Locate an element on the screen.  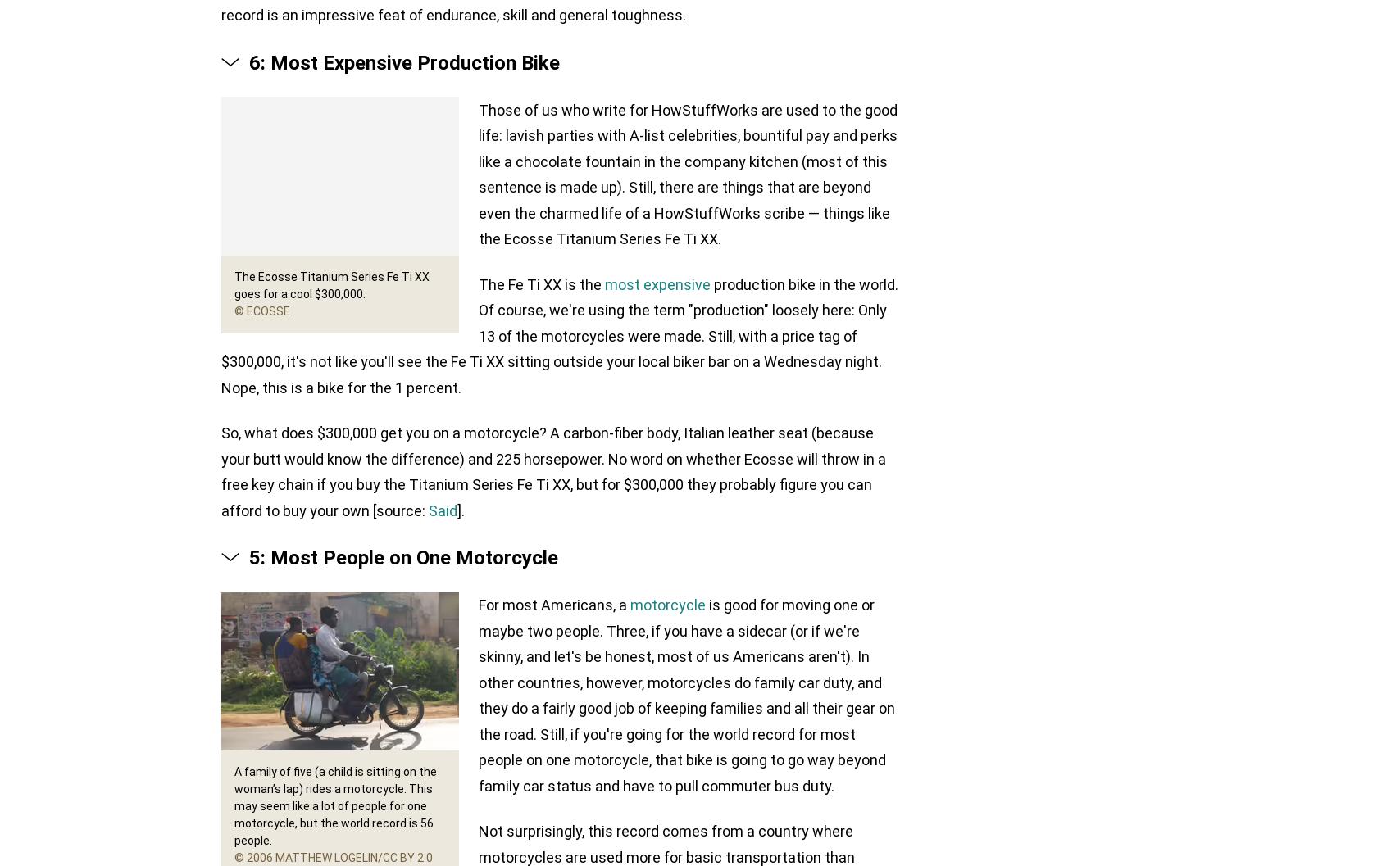
'For most Americans, a' is located at coordinates (554, 604).